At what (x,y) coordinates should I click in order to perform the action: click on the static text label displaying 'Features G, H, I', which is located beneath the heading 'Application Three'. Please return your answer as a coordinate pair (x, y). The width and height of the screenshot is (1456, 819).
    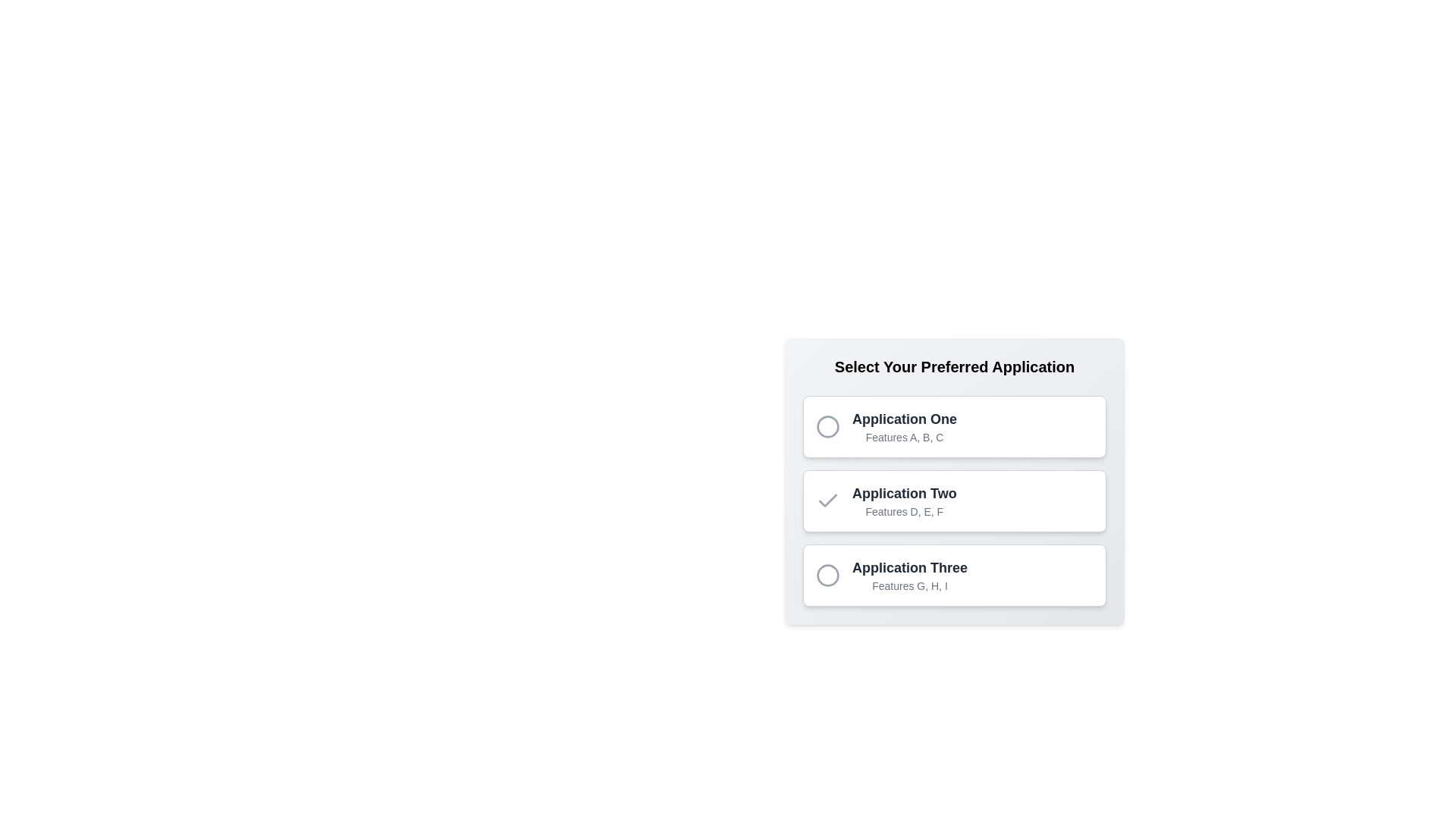
    Looking at the image, I should click on (910, 585).